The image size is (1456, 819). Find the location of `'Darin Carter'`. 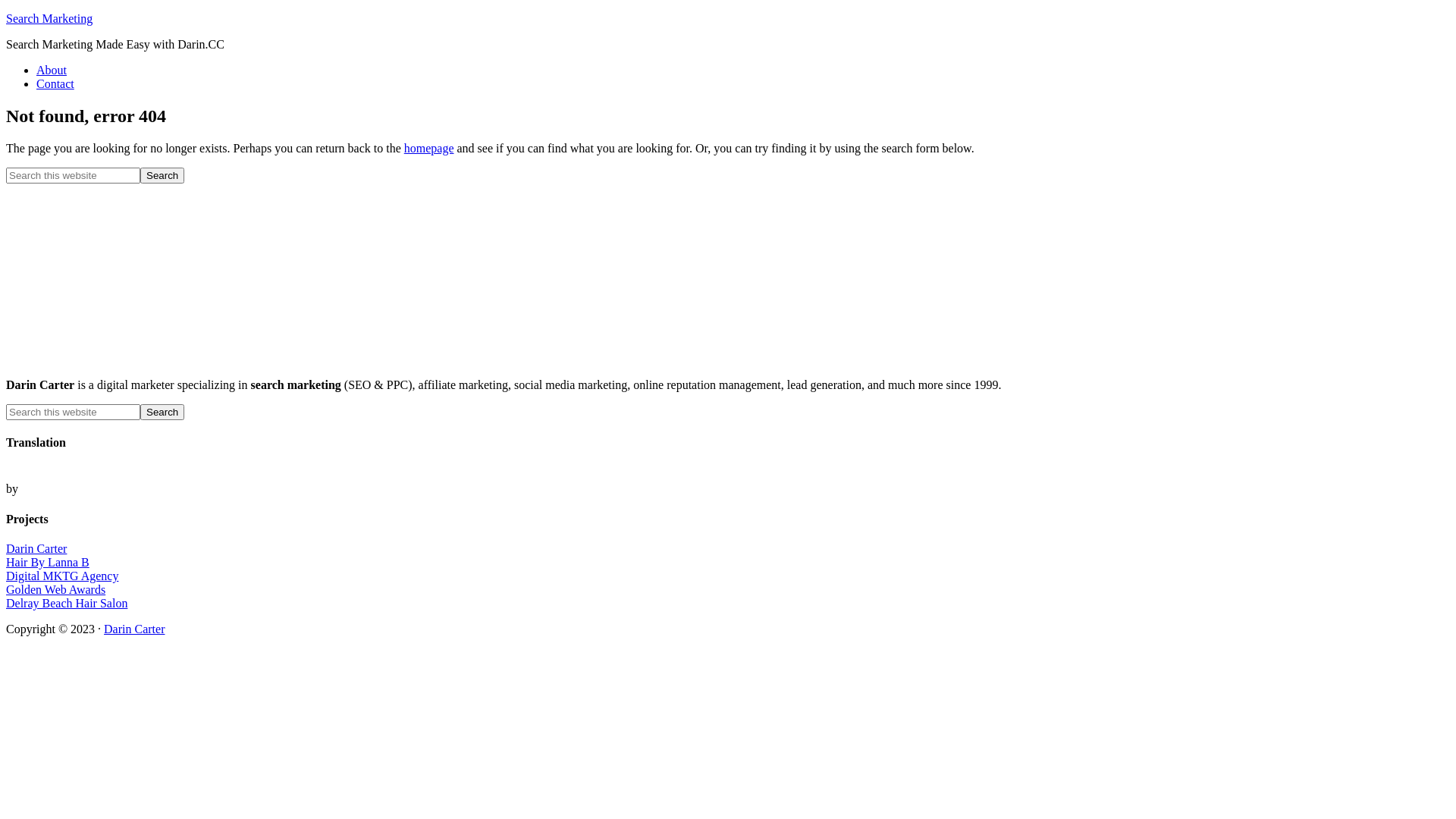

'Darin Carter' is located at coordinates (36, 548).